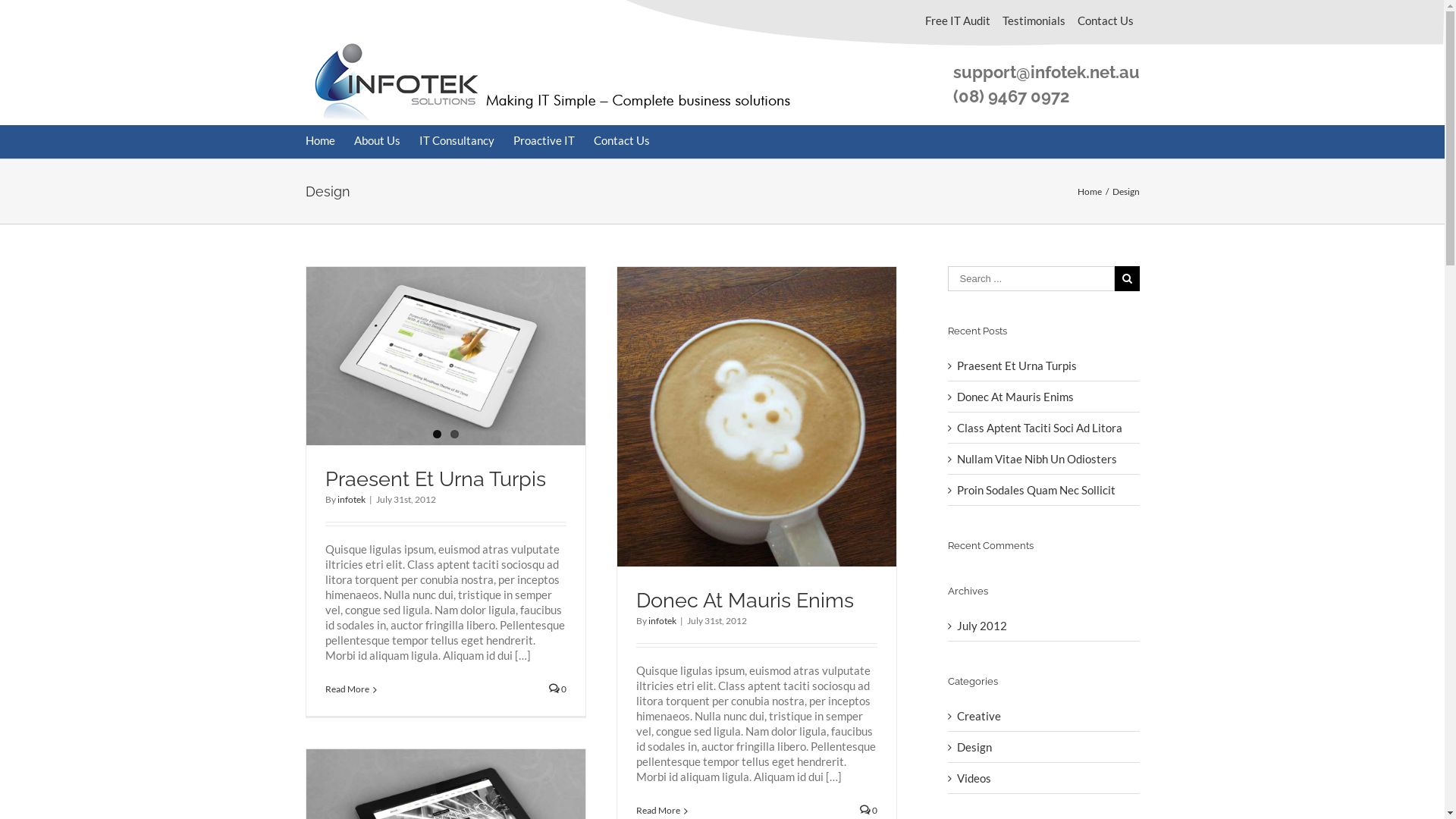  I want to click on 'infotek', so click(336, 499).